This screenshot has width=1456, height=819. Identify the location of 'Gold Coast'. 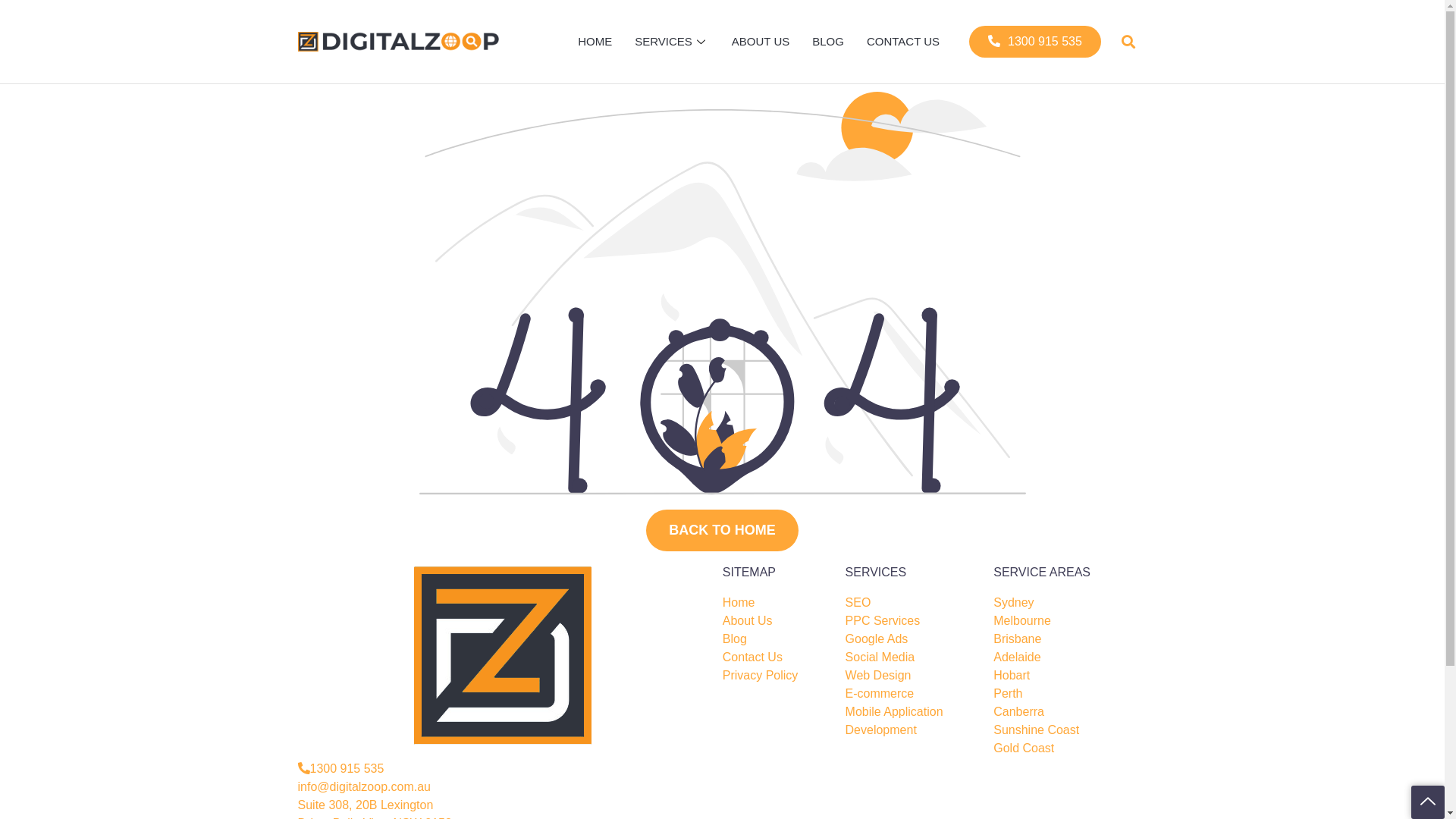
(1023, 748).